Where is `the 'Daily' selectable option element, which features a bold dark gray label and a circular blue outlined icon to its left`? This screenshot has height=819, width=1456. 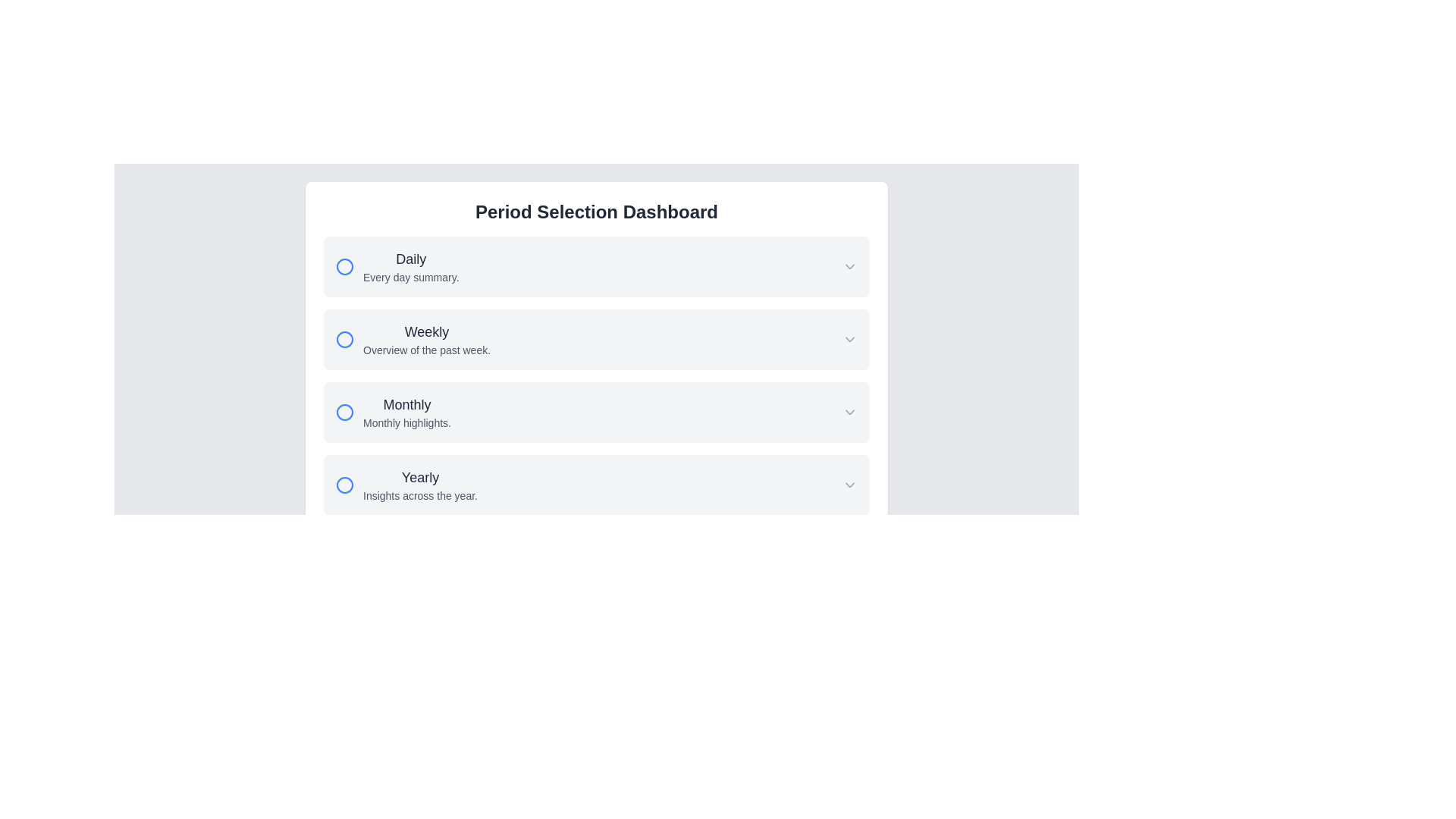 the 'Daily' selectable option element, which features a bold dark gray label and a circular blue outlined icon to its left is located at coordinates (397, 265).